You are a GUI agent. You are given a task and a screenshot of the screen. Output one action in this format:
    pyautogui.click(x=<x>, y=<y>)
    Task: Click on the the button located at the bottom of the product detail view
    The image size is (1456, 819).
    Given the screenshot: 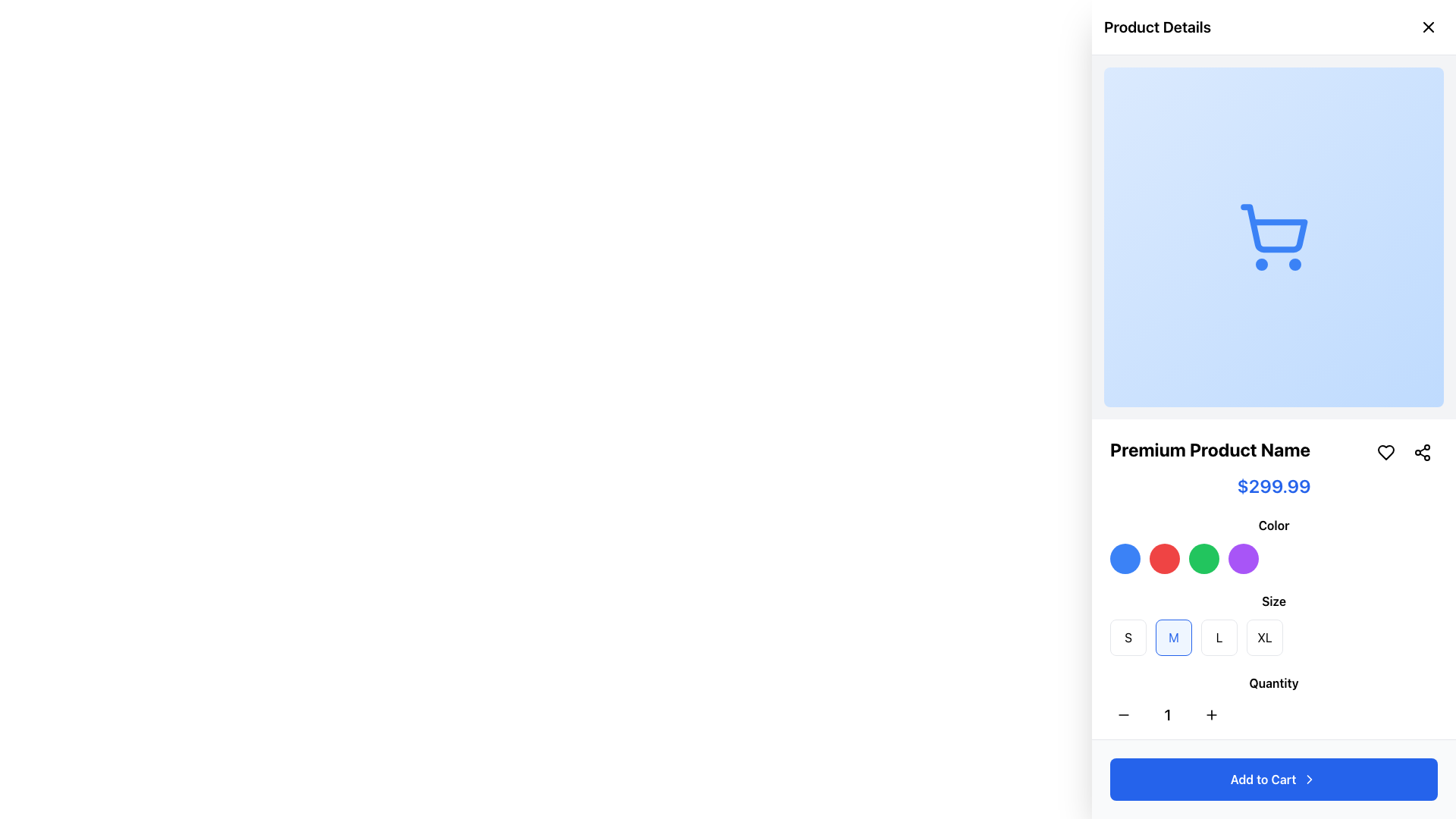 What is the action you would take?
    pyautogui.click(x=1274, y=780)
    